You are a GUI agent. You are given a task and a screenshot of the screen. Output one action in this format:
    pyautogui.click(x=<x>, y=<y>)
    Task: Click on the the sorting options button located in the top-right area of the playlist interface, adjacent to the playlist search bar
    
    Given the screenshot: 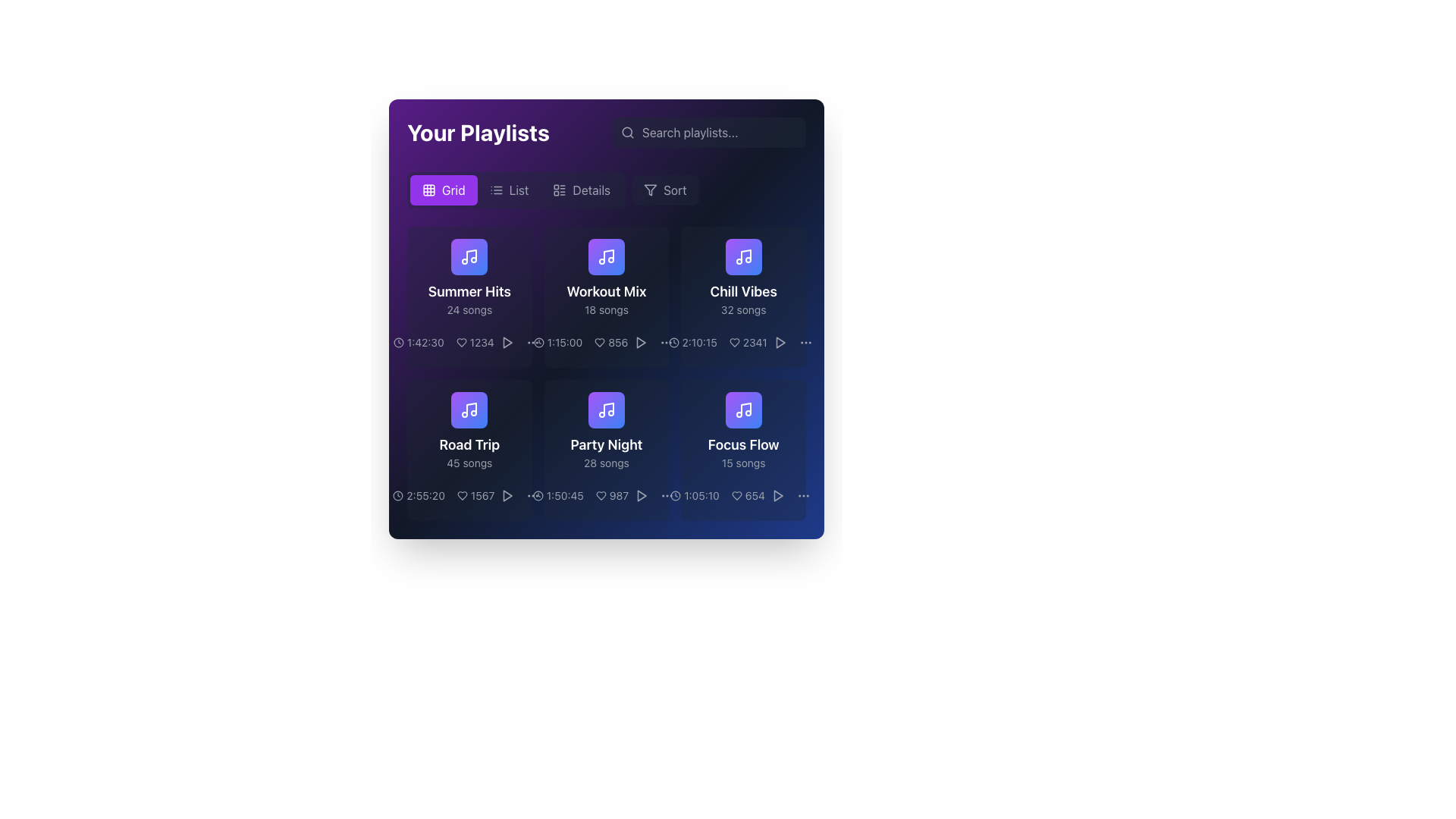 What is the action you would take?
    pyautogui.click(x=665, y=189)
    